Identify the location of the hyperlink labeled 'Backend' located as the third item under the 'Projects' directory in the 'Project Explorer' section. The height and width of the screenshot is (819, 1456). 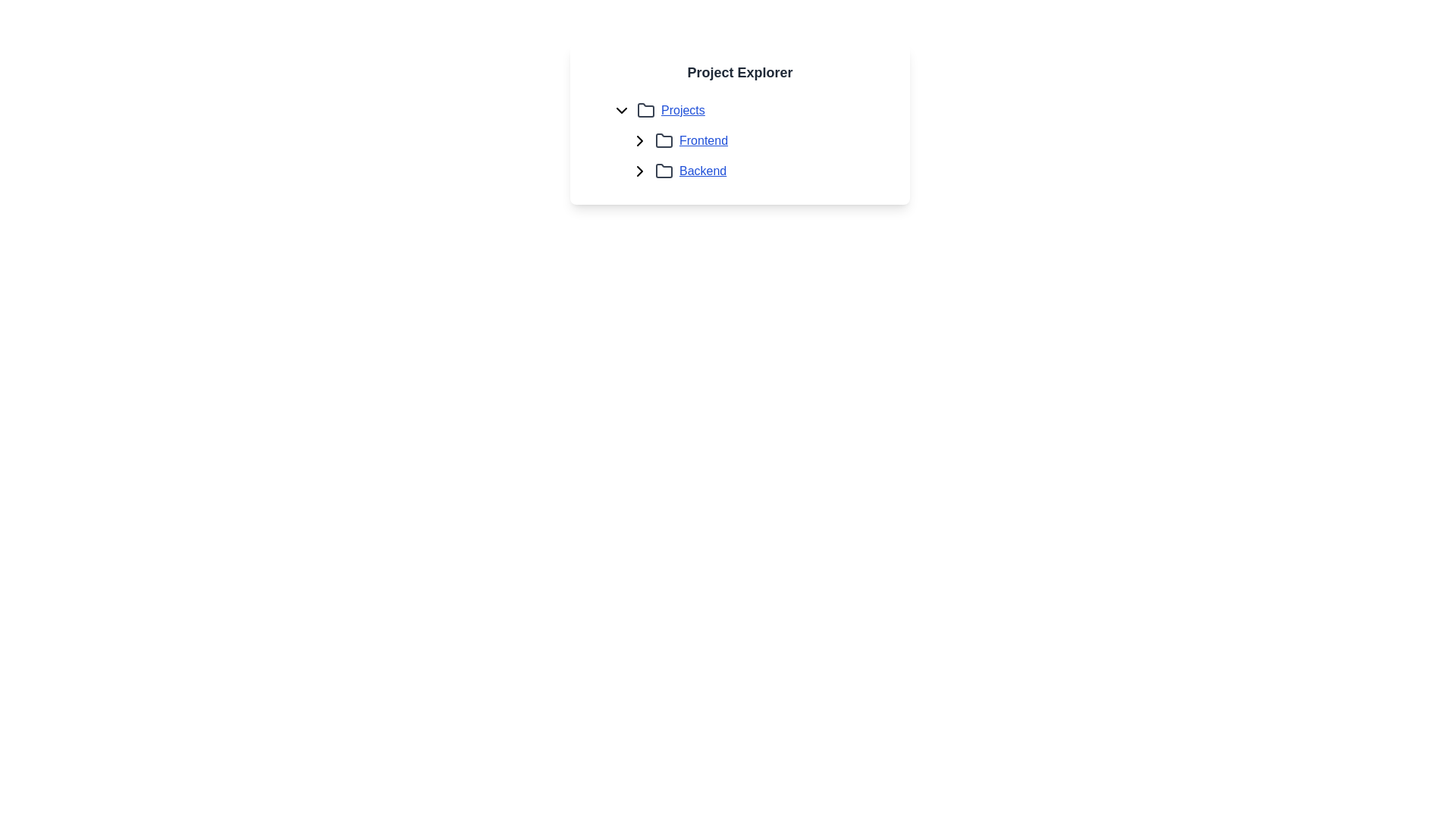
(701, 171).